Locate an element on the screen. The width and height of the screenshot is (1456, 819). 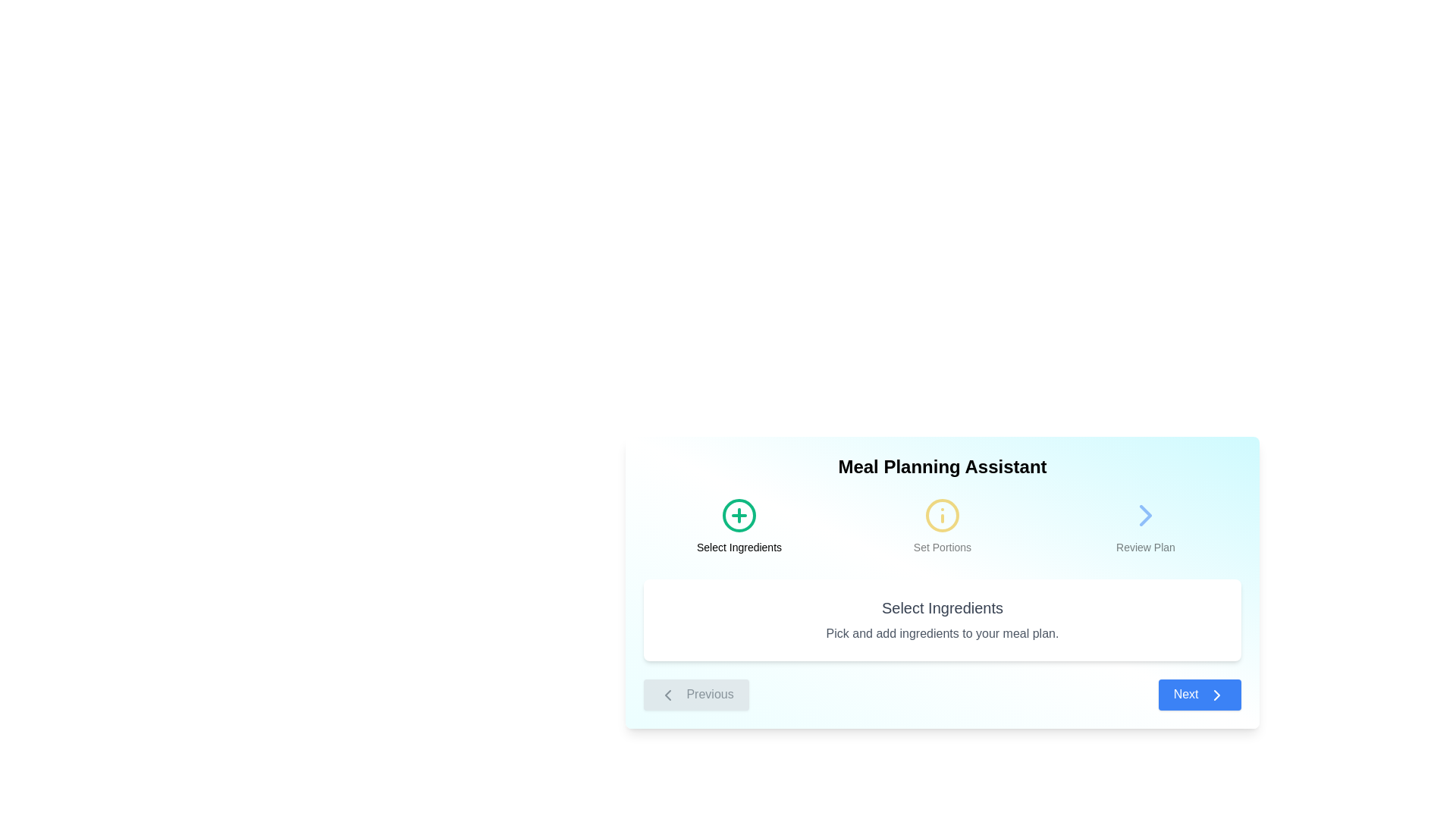
the blue chevron icon pointing to the right in the 'Review Plan' section, which is the third item in a triplet layout is located at coordinates (1146, 514).